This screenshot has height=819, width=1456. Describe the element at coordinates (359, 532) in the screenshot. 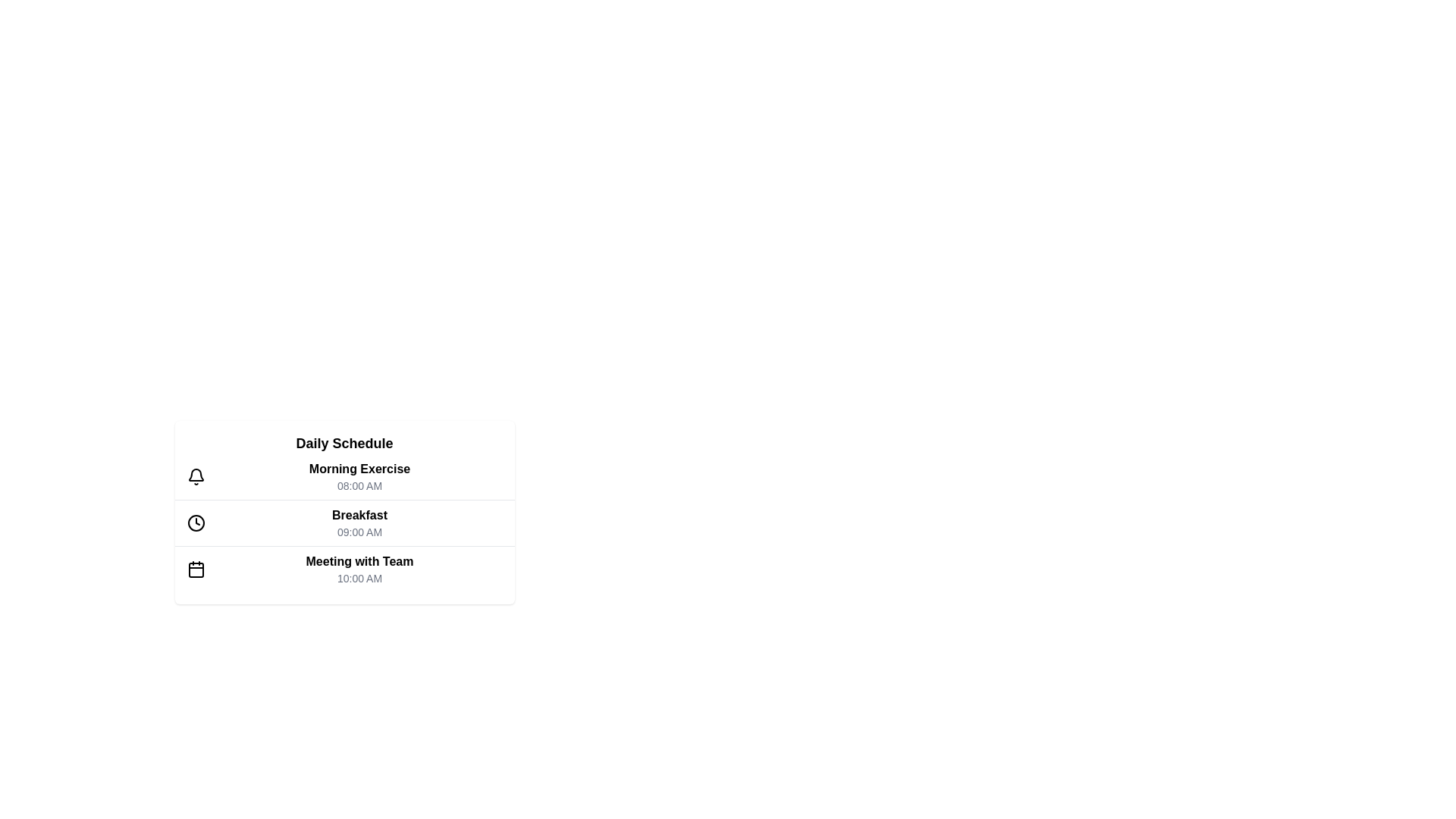

I see `the text element that conveys the time associated with the 'Breakfast' event, located under the 'Breakfast' label in the schedule interface` at that location.